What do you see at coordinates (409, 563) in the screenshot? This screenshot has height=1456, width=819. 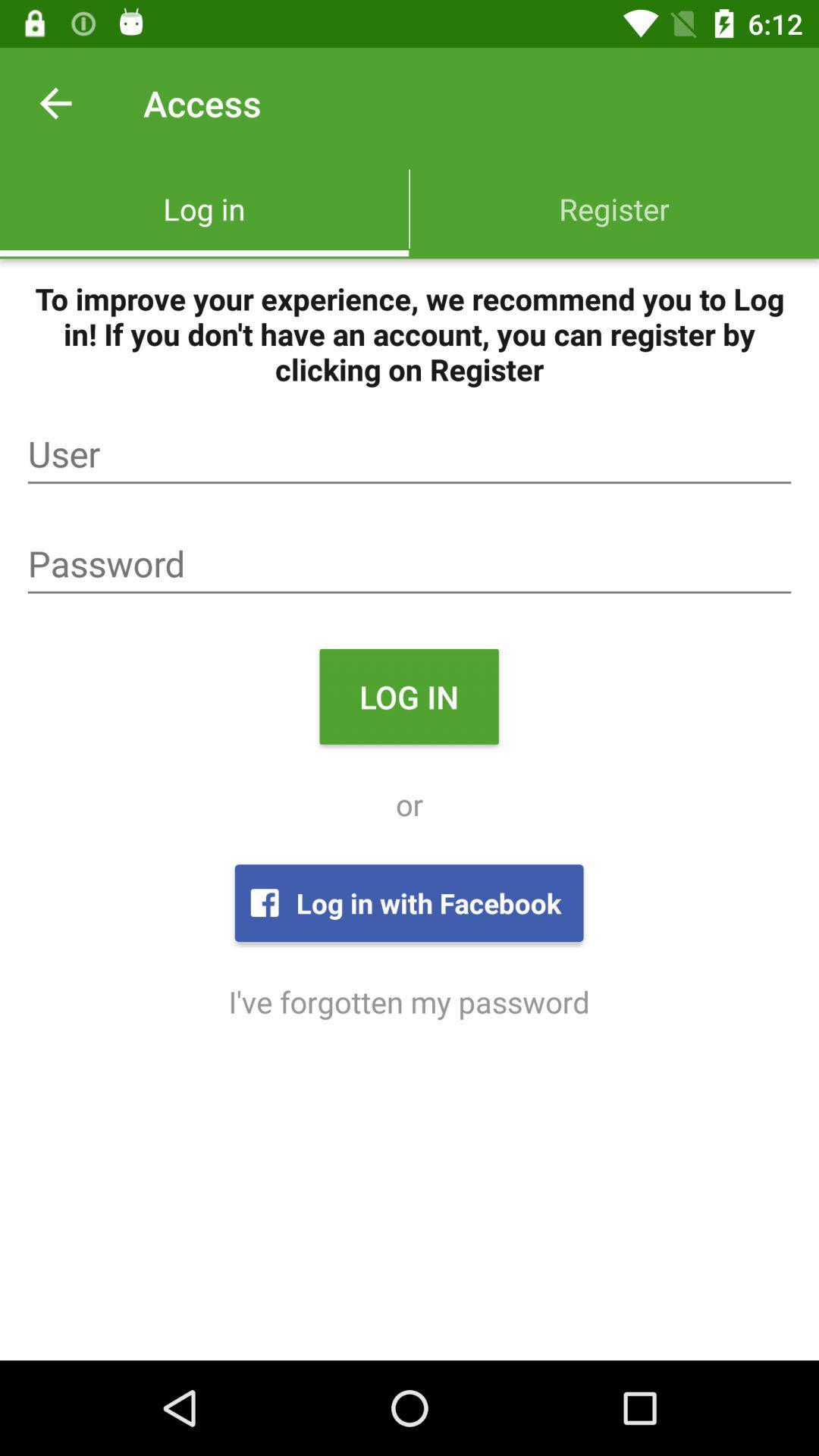 I see `password` at bounding box center [409, 563].